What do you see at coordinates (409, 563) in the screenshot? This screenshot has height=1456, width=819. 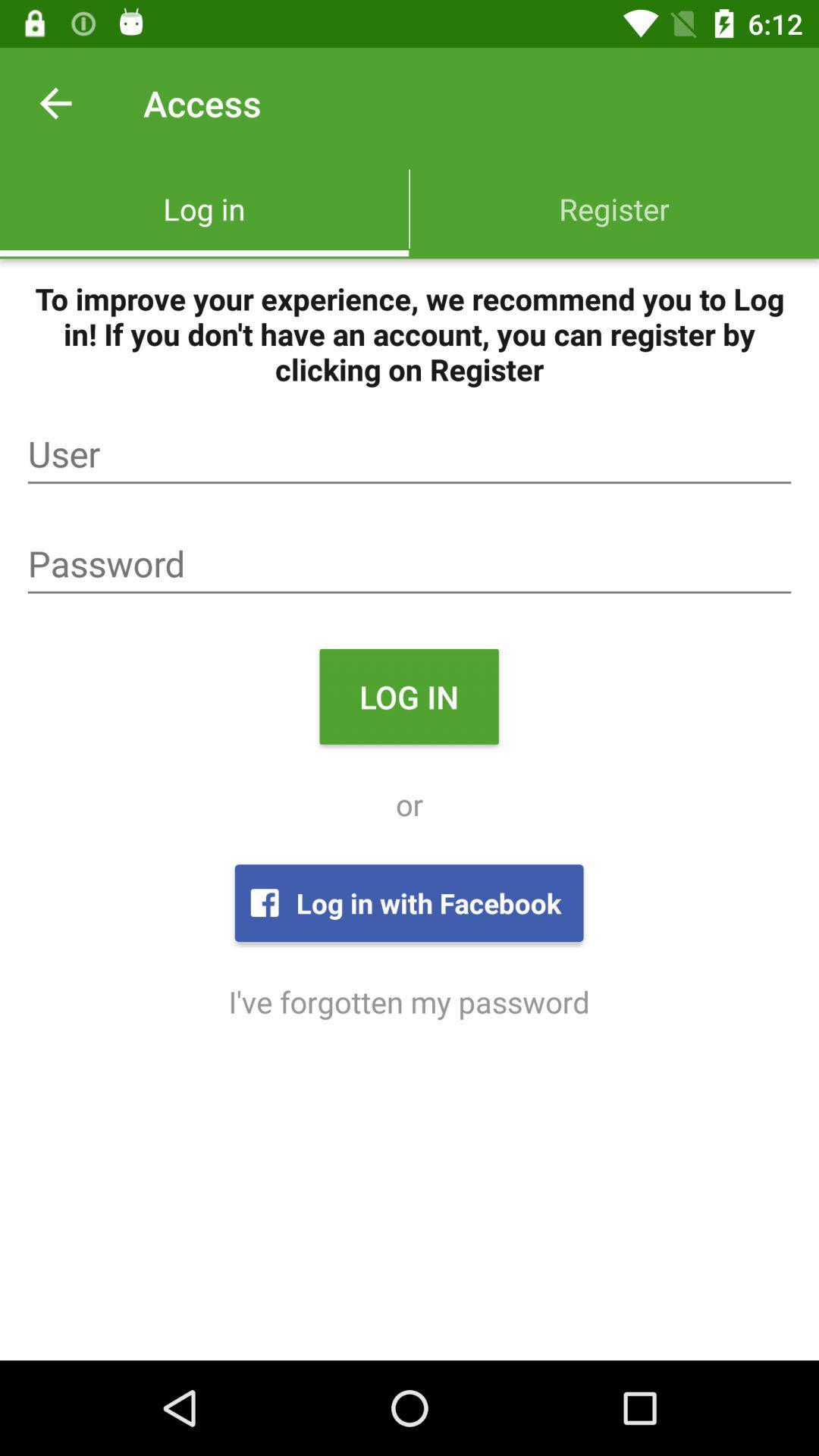 I see `password` at bounding box center [409, 563].